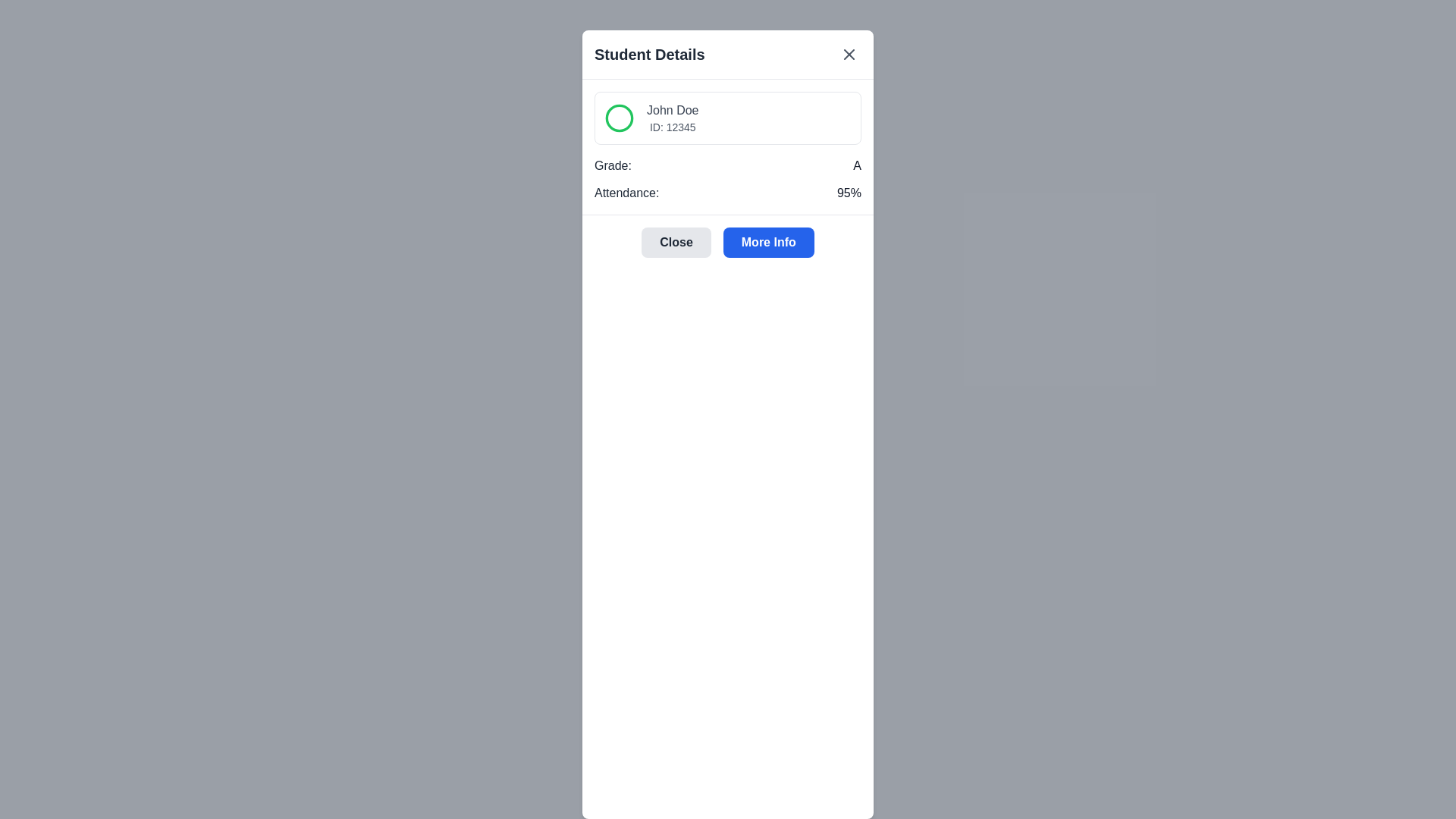 The height and width of the screenshot is (819, 1456). What do you see at coordinates (768, 242) in the screenshot?
I see `the interactive button for additional information about the context shown in the modal, which is positioned to the right of the 'Close' button and aligned horizontally within the content area` at bounding box center [768, 242].